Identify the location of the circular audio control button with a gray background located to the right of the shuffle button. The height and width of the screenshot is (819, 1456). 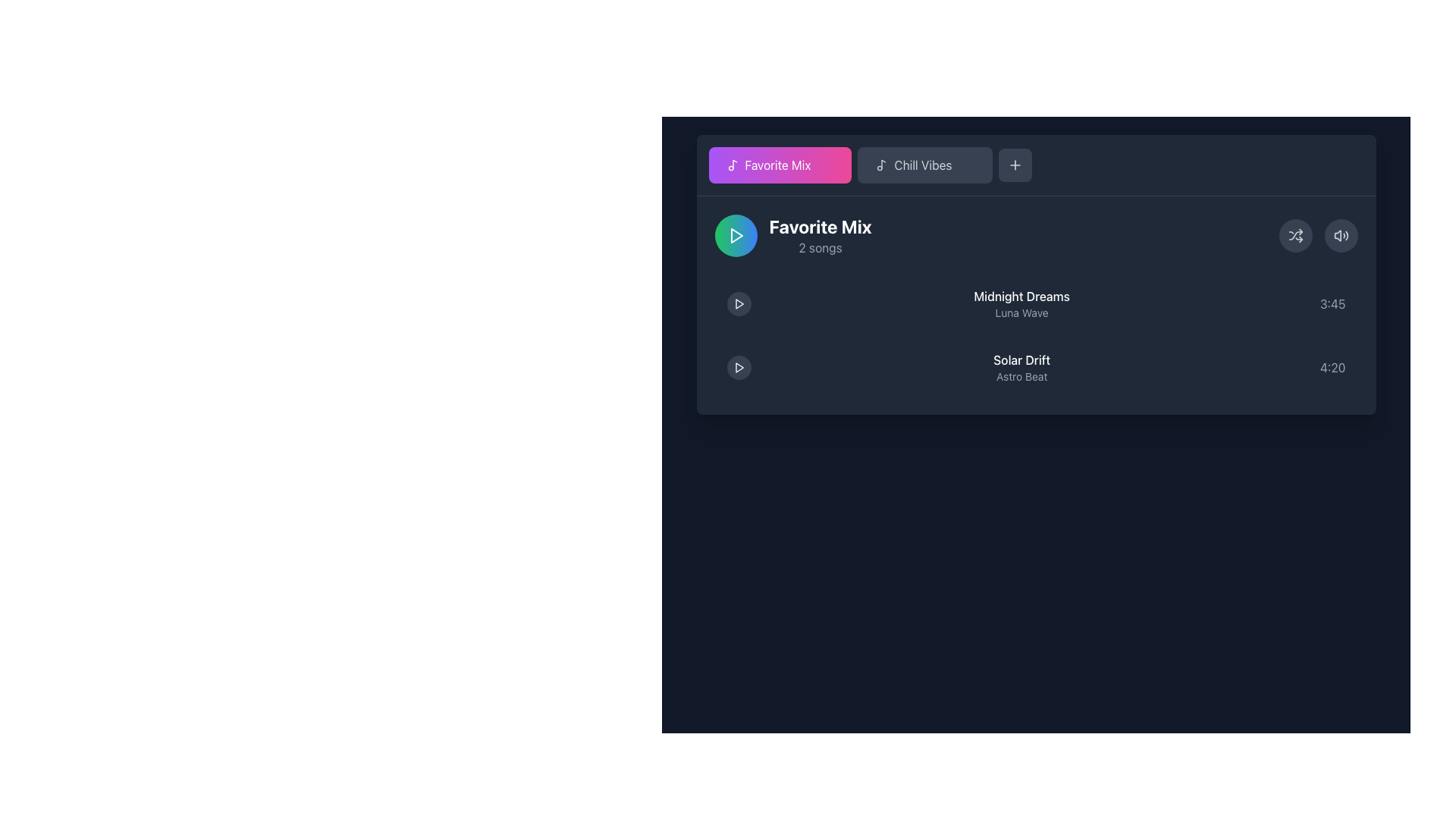
(1341, 236).